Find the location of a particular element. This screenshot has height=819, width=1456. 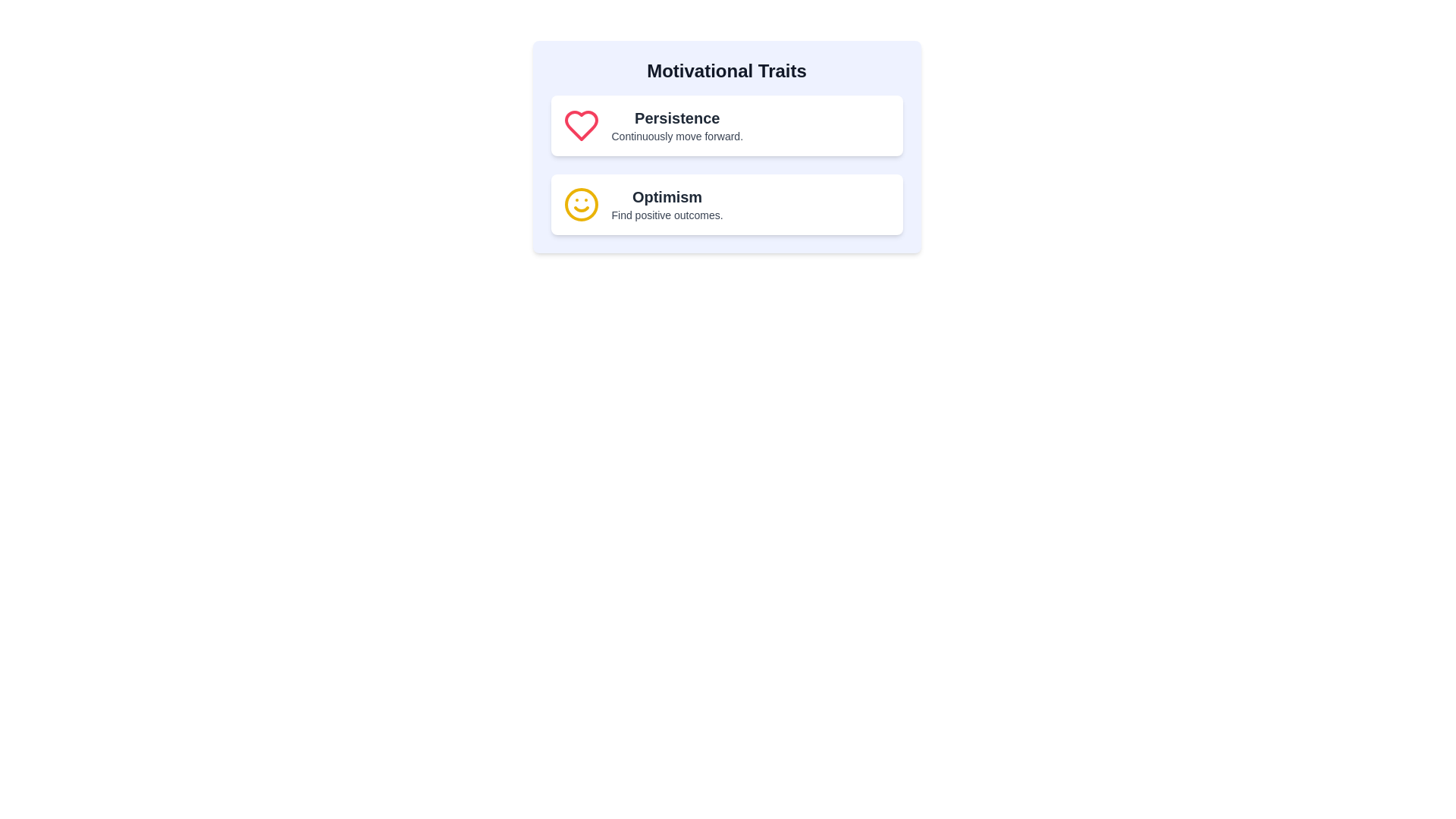

the Text label that describes the 'Persistence' motivational trait, which is centrally placed within a card-like structure at the top of the 'Motivational Traits' section is located at coordinates (676, 124).